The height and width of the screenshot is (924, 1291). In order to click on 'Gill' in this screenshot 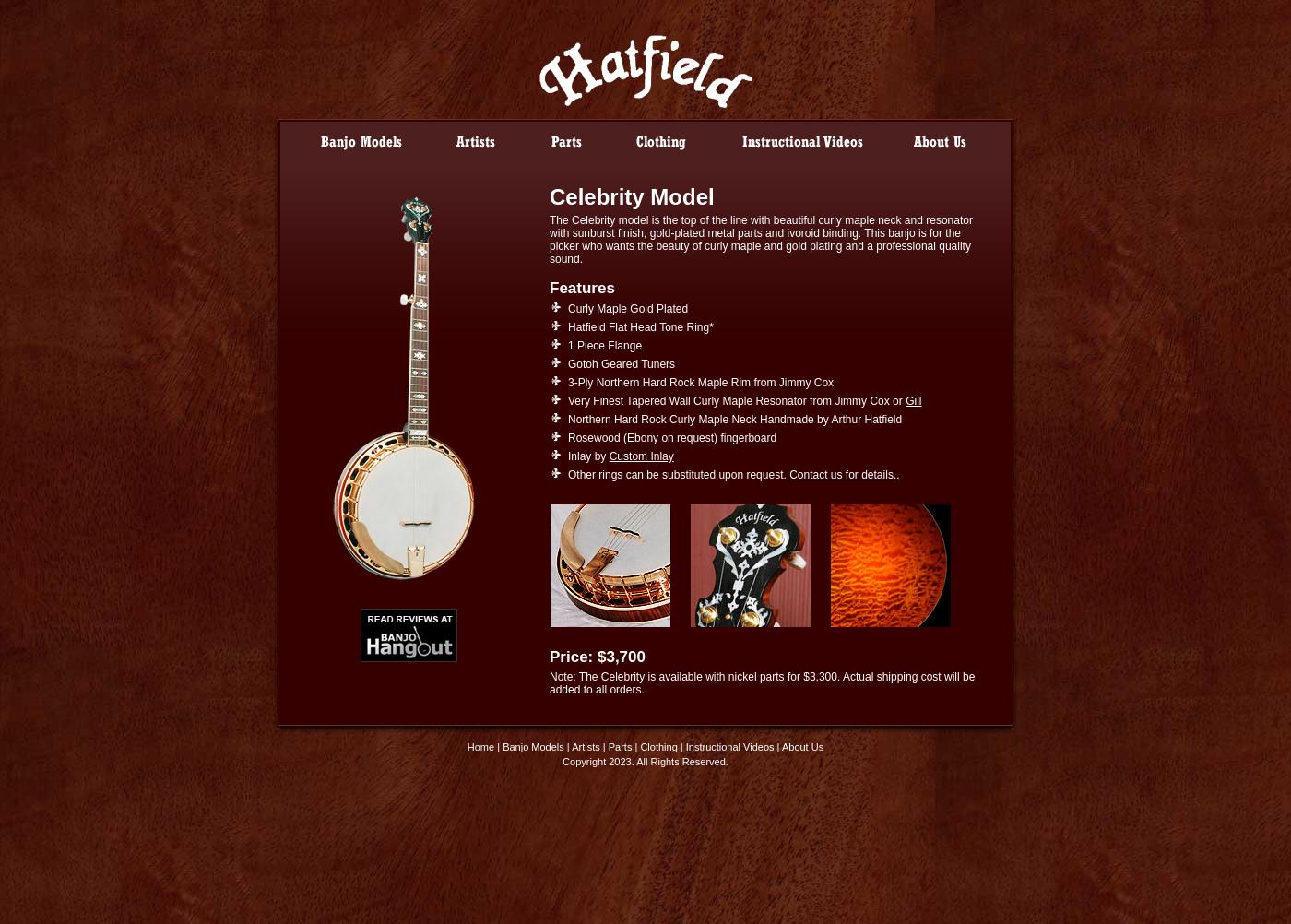, I will do `click(913, 399)`.